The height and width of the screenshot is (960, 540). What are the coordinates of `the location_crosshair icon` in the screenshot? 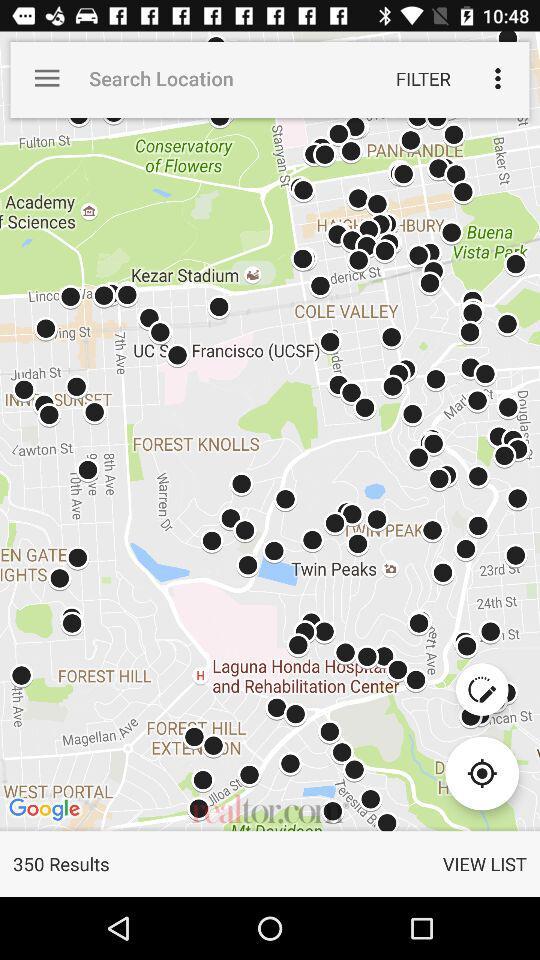 It's located at (481, 772).